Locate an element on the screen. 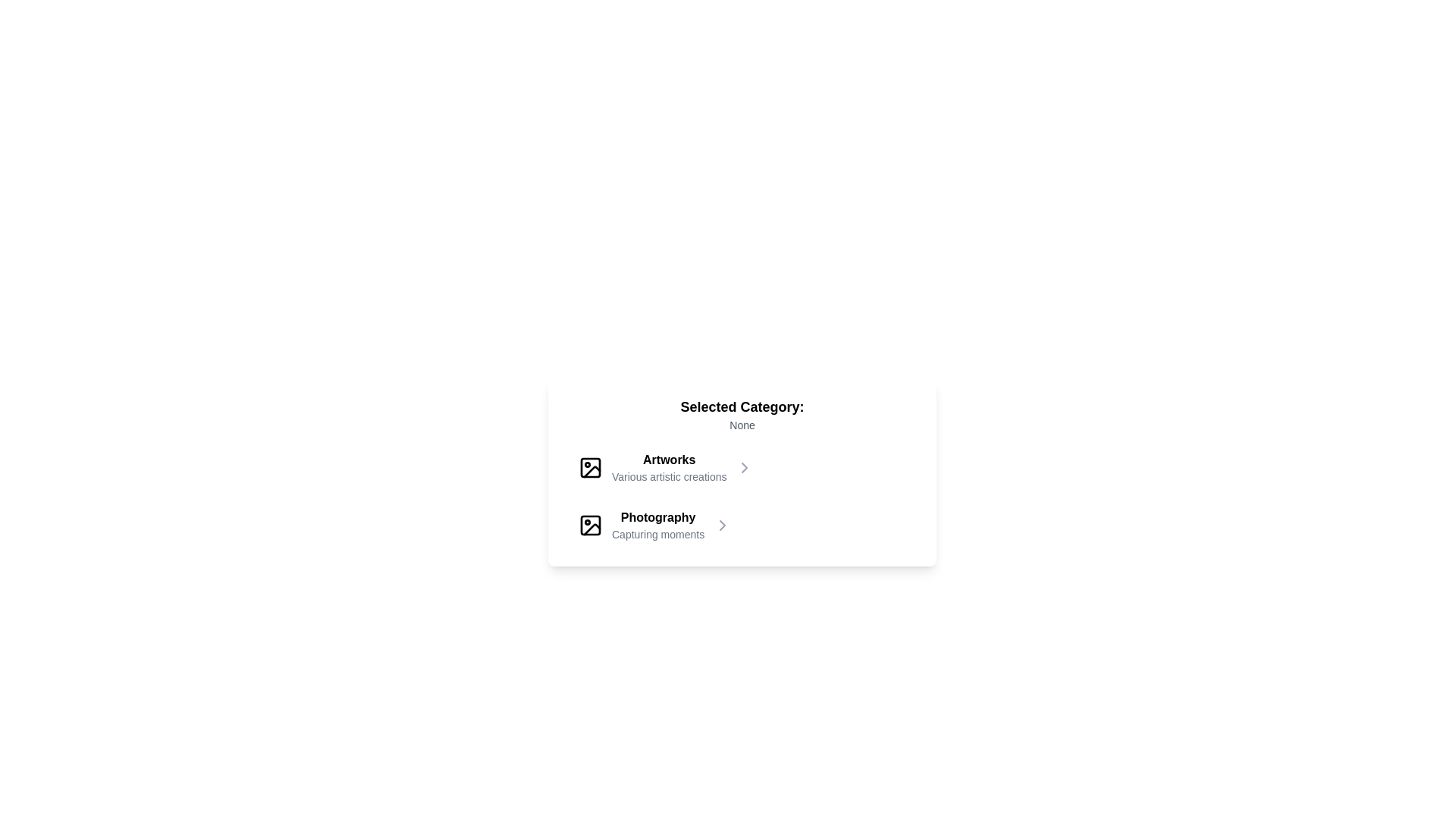  the Static Text element that reads 'Capturing moments,' which is styled in gray and located below the title 'Photography.' is located at coordinates (658, 534).